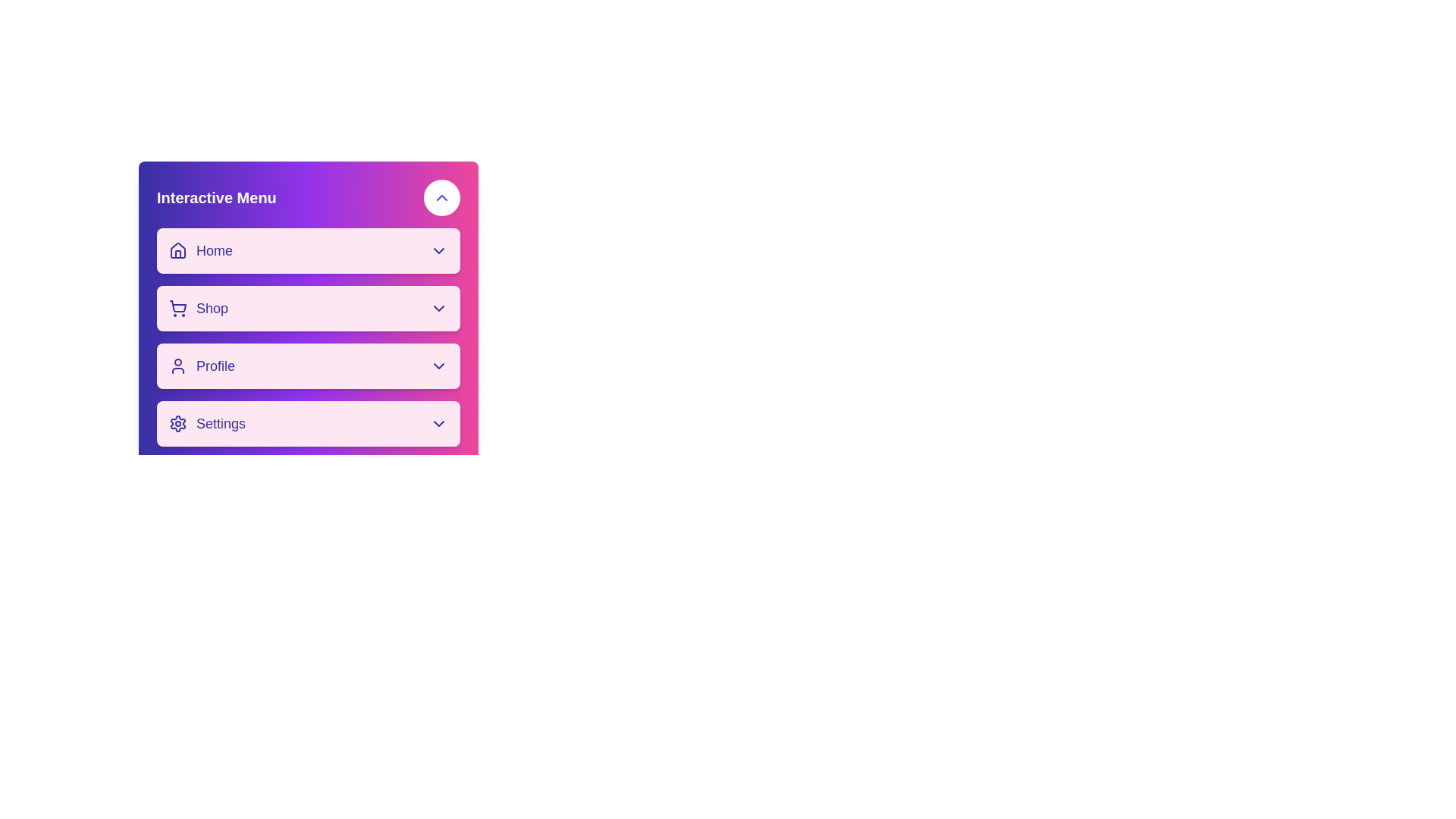 The height and width of the screenshot is (819, 1456). I want to click on the 'Shop' menu button located as the second item in the 'Interactive Menu', positioned below 'Home' and above 'Profile', so click(308, 308).